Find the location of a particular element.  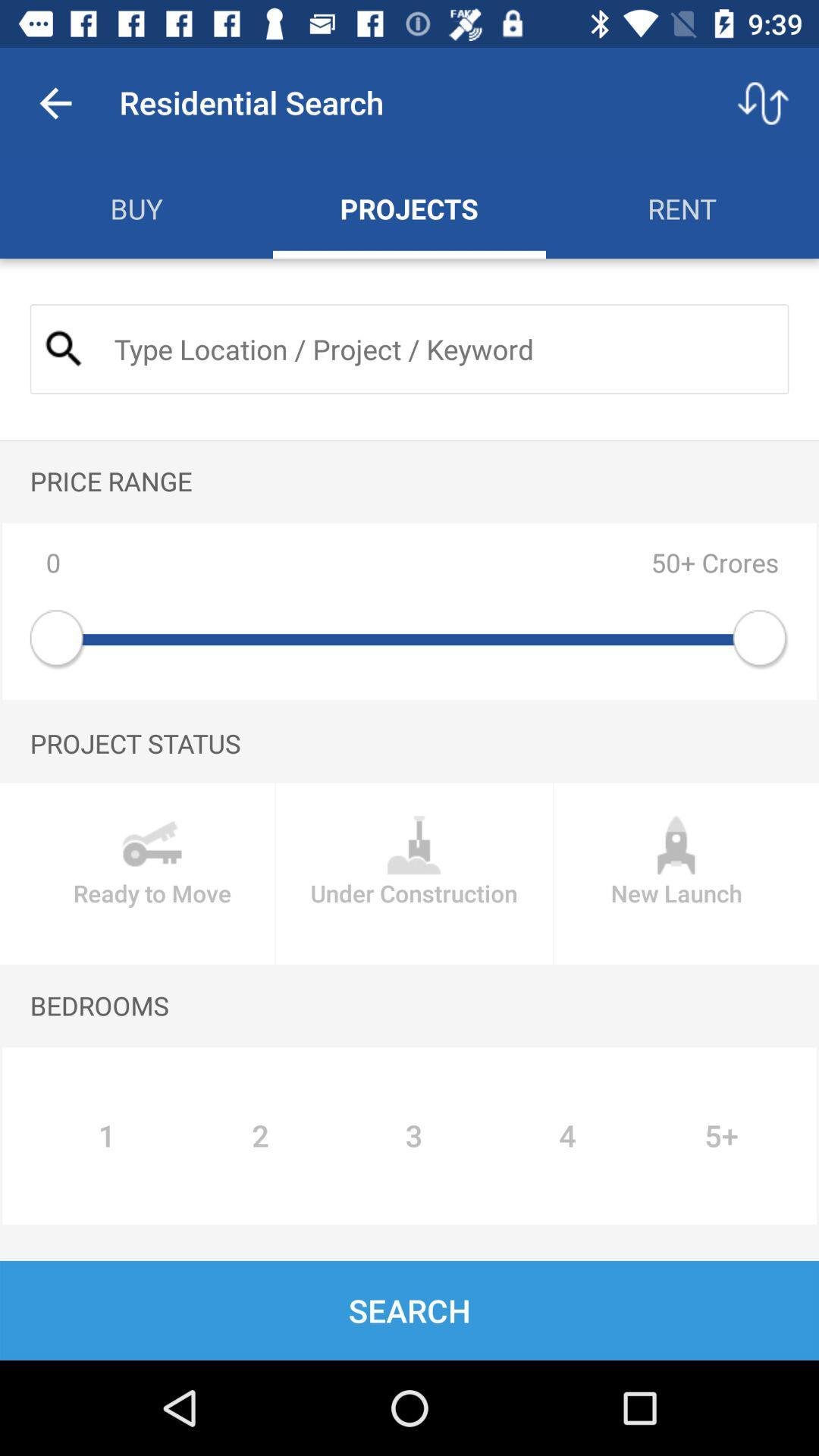

icon to the right of residential search	 icon is located at coordinates (763, 102).